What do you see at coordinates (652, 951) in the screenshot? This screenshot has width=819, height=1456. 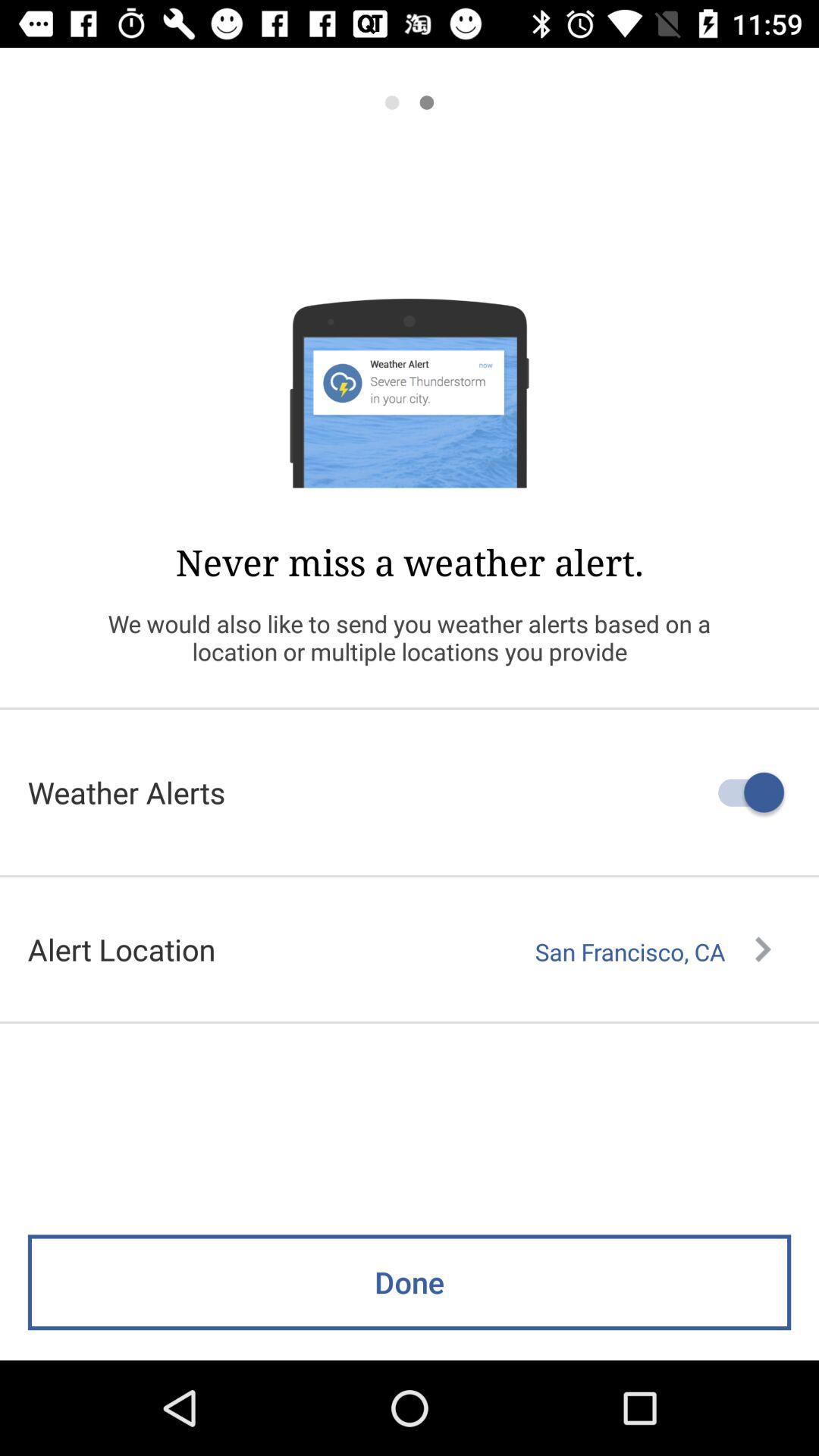 I see `item to the right of the alert location` at bounding box center [652, 951].